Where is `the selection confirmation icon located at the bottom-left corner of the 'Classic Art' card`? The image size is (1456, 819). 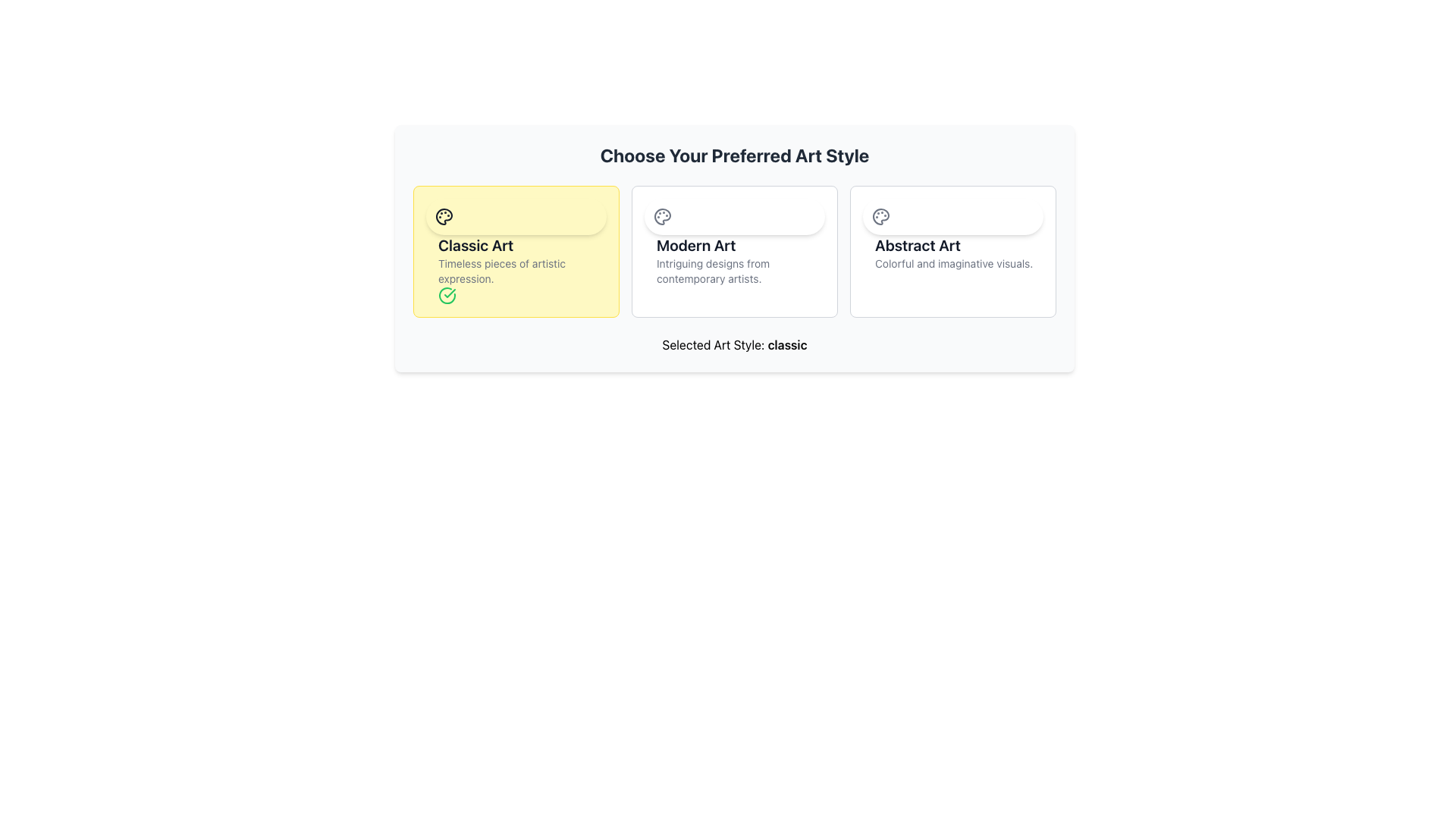 the selection confirmation icon located at the bottom-left corner of the 'Classic Art' card is located at coordinates (447, 295).